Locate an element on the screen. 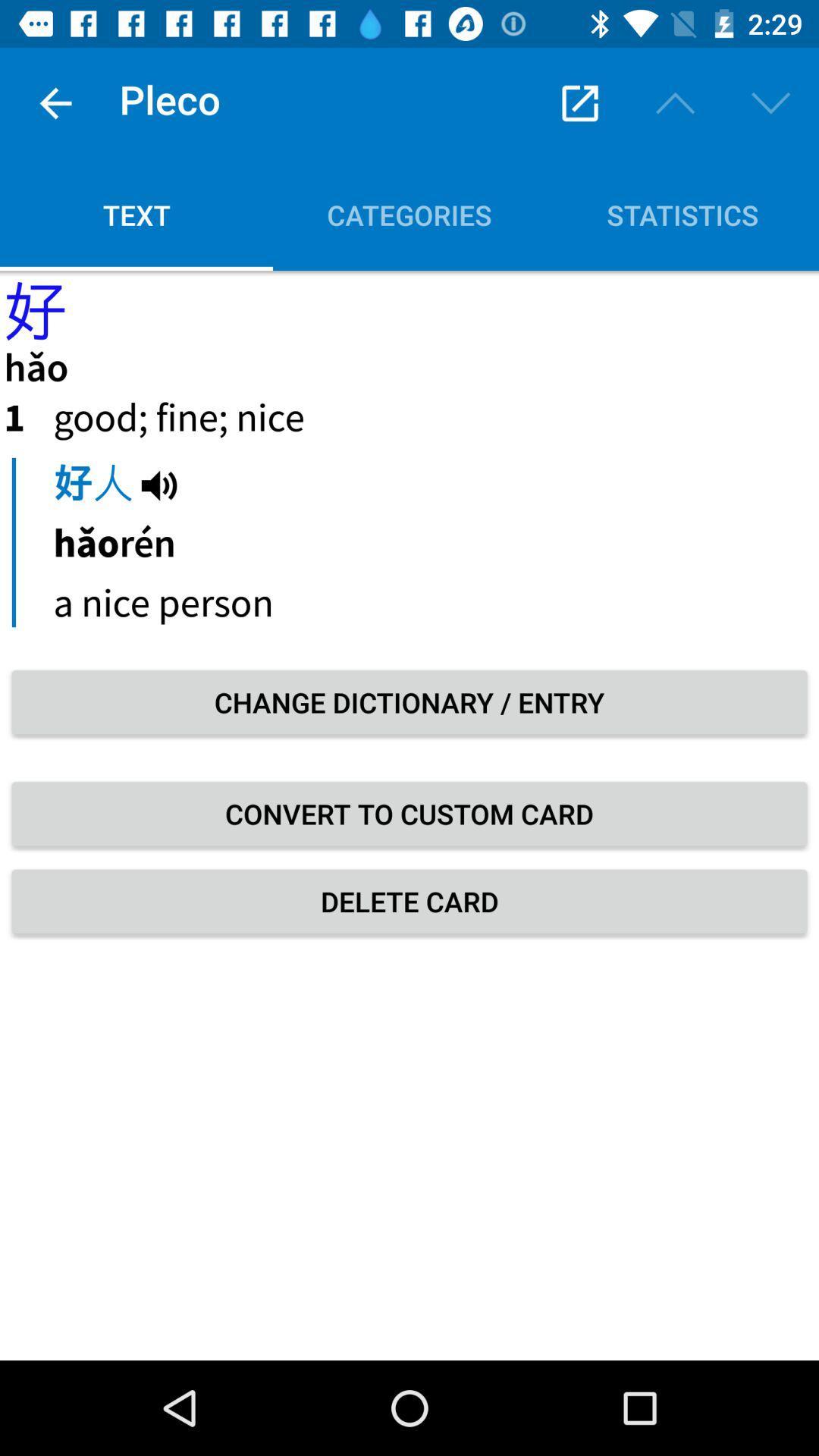  the upwards arrow icon is located at coordinates (675, 103).